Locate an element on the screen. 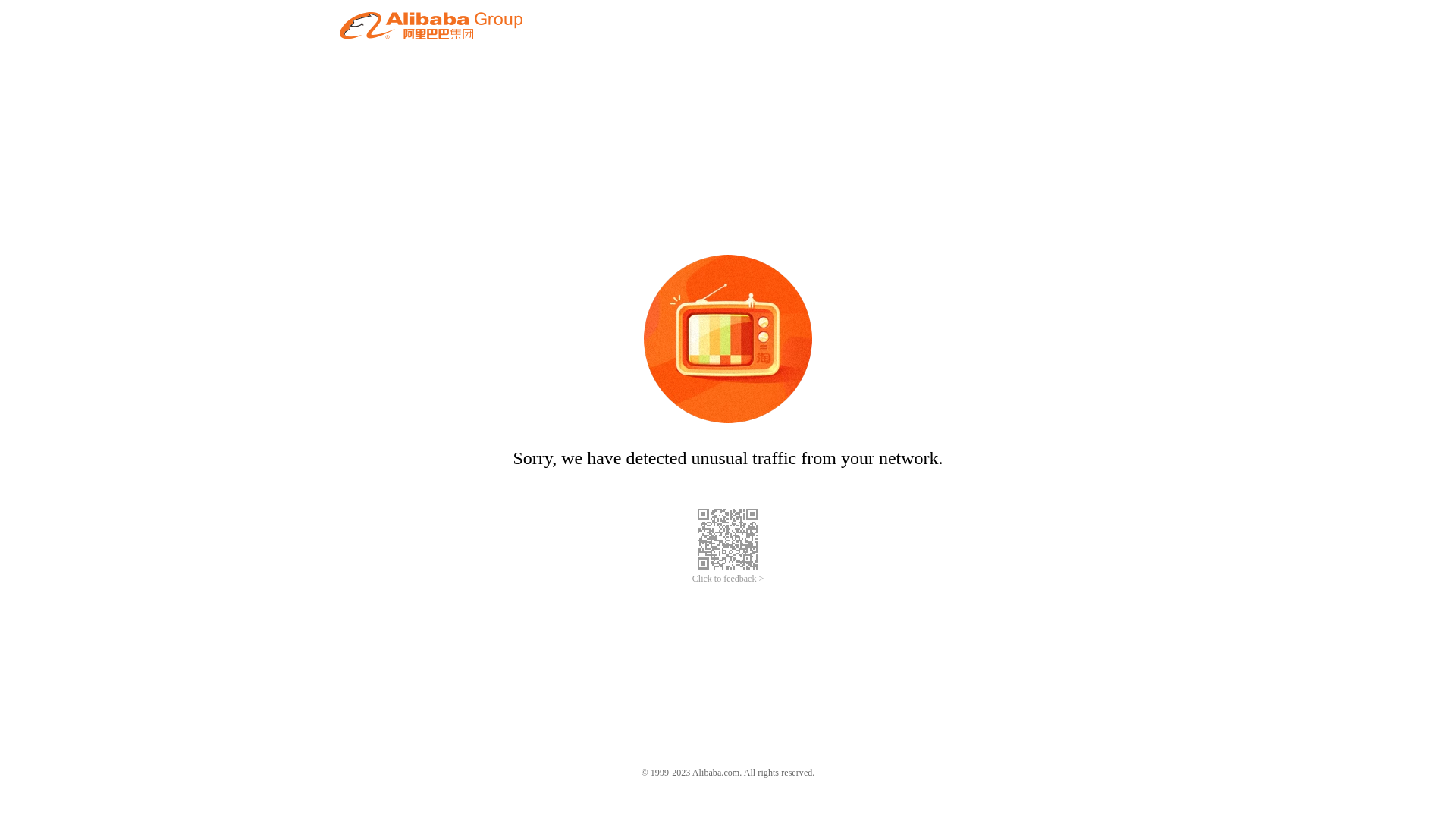  'Click to feedback >' is located at coordinates (728, 579).